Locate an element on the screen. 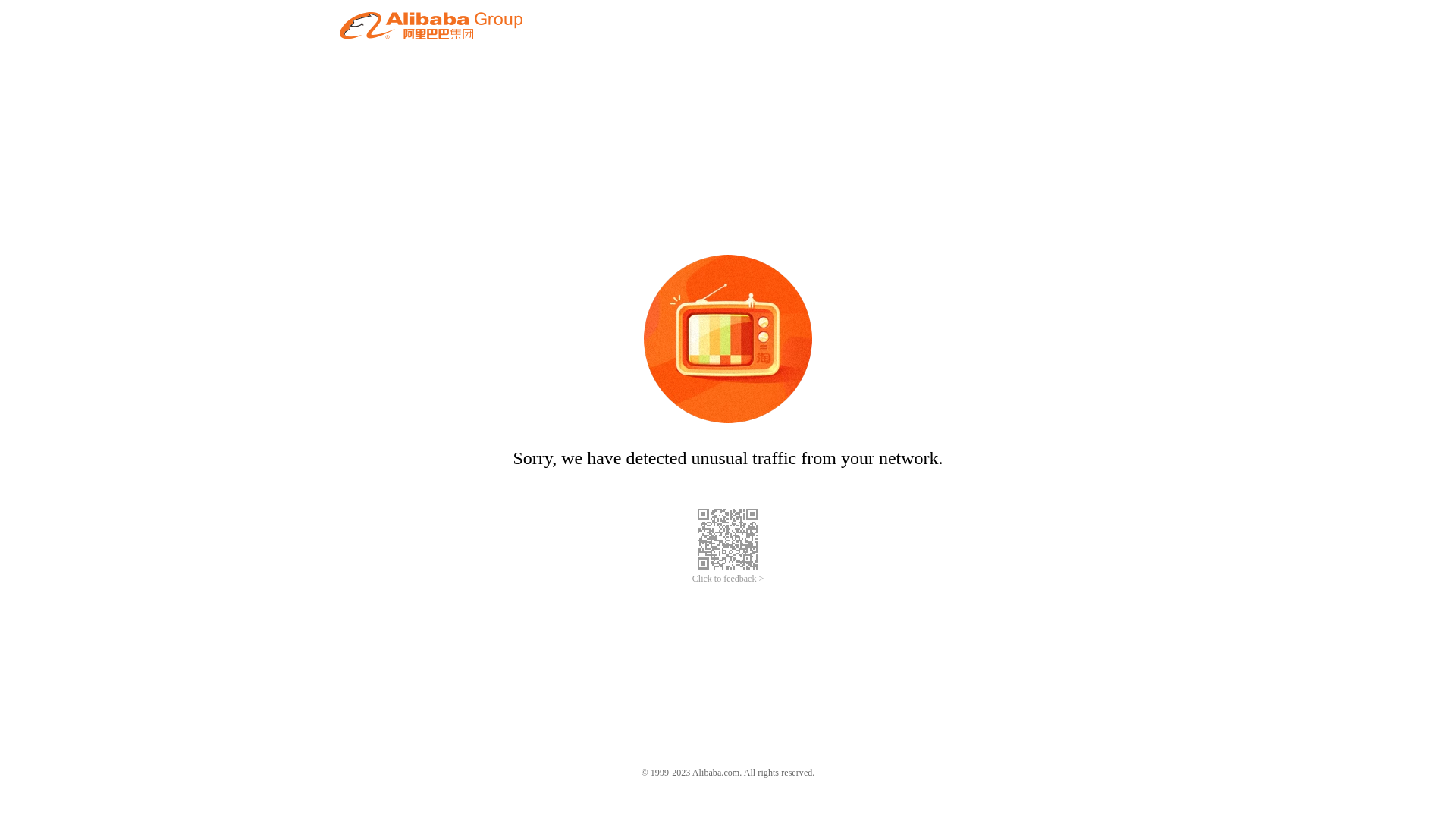  'Click to feedback >' is located at coordinates (728, 579).